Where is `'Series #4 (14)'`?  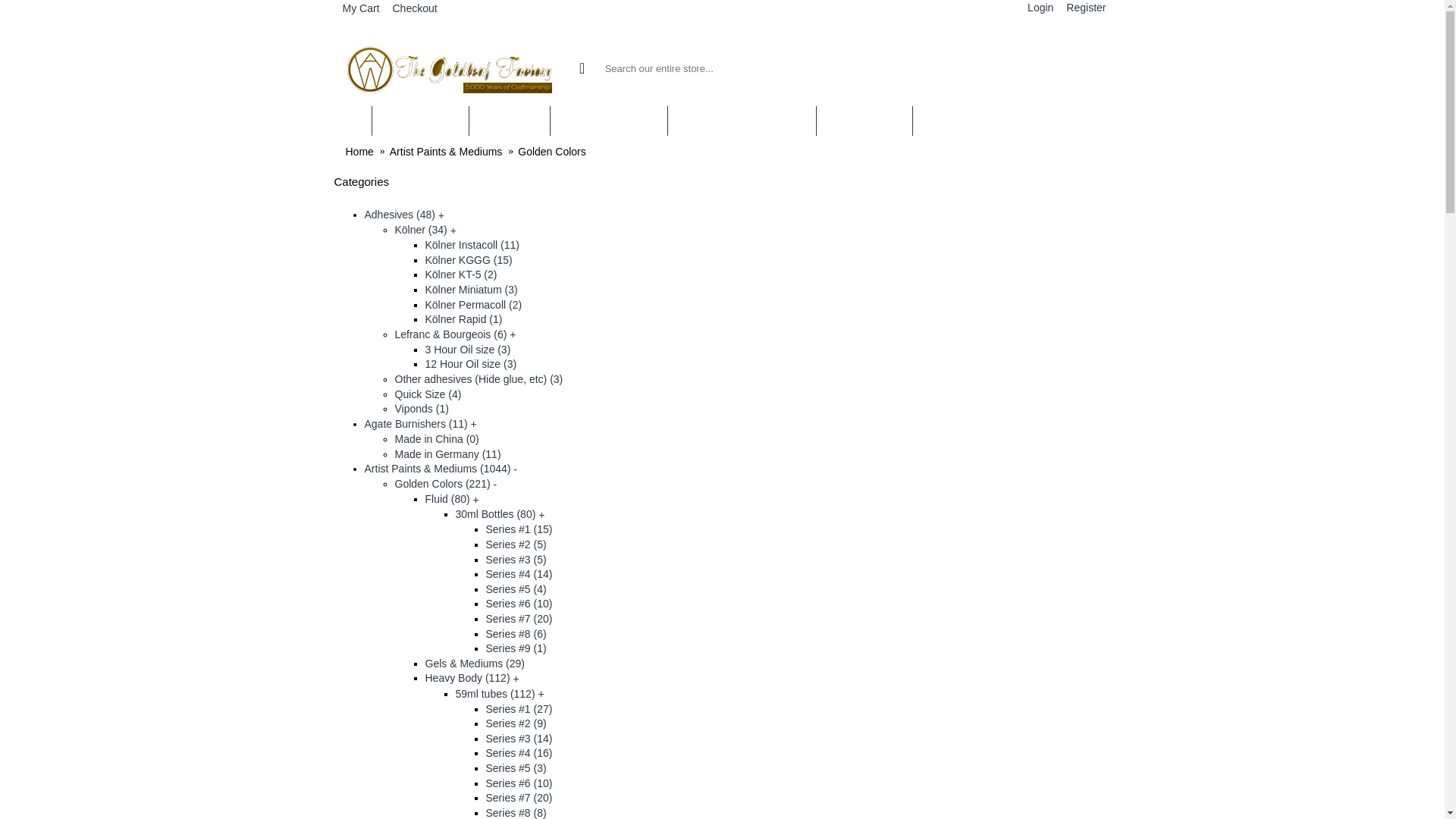 'Series #4 (14)' is located at coordinates (518, 573).